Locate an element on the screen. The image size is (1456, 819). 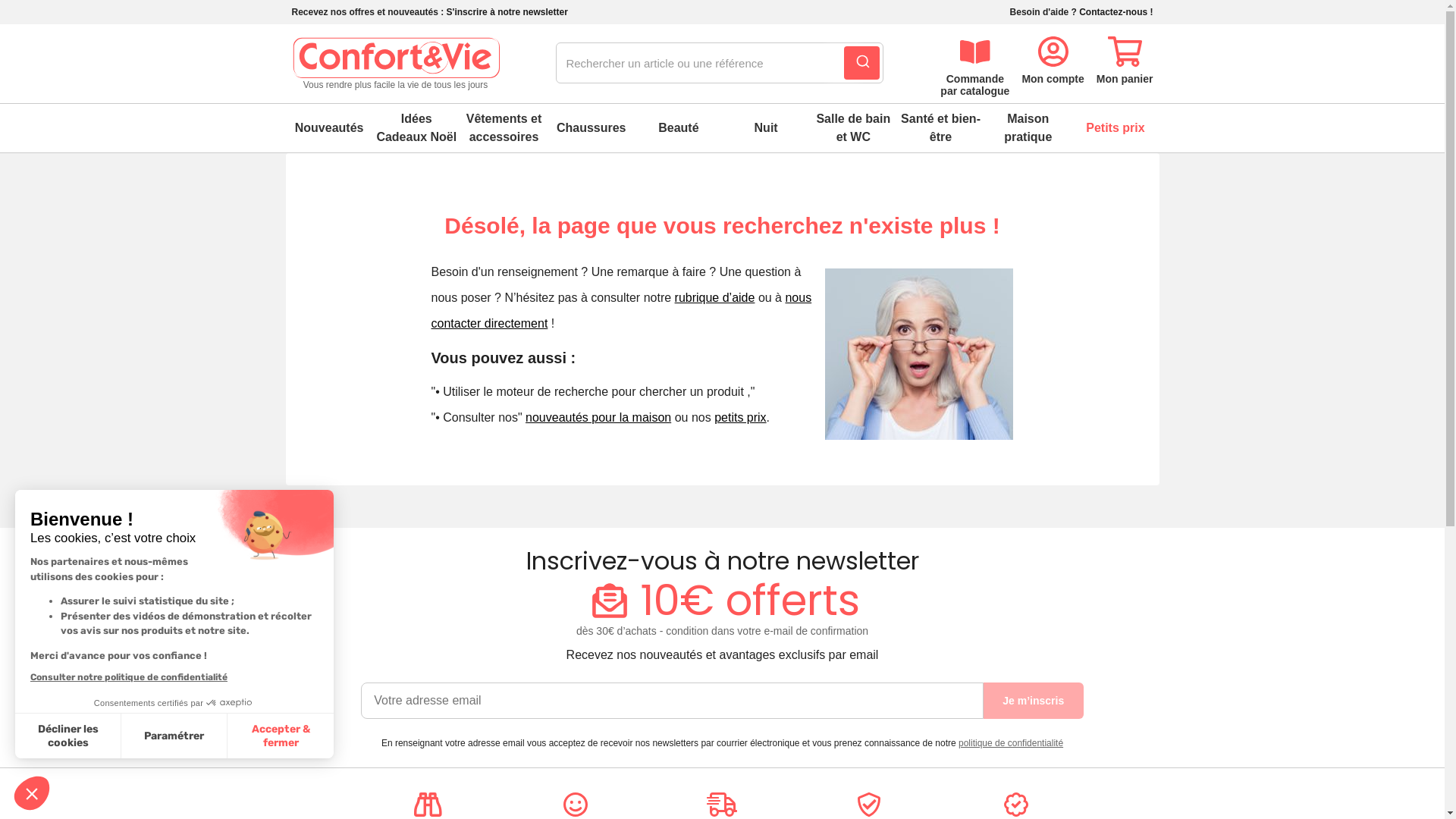
'Mon compte' is located at coordinates (1051, 57).